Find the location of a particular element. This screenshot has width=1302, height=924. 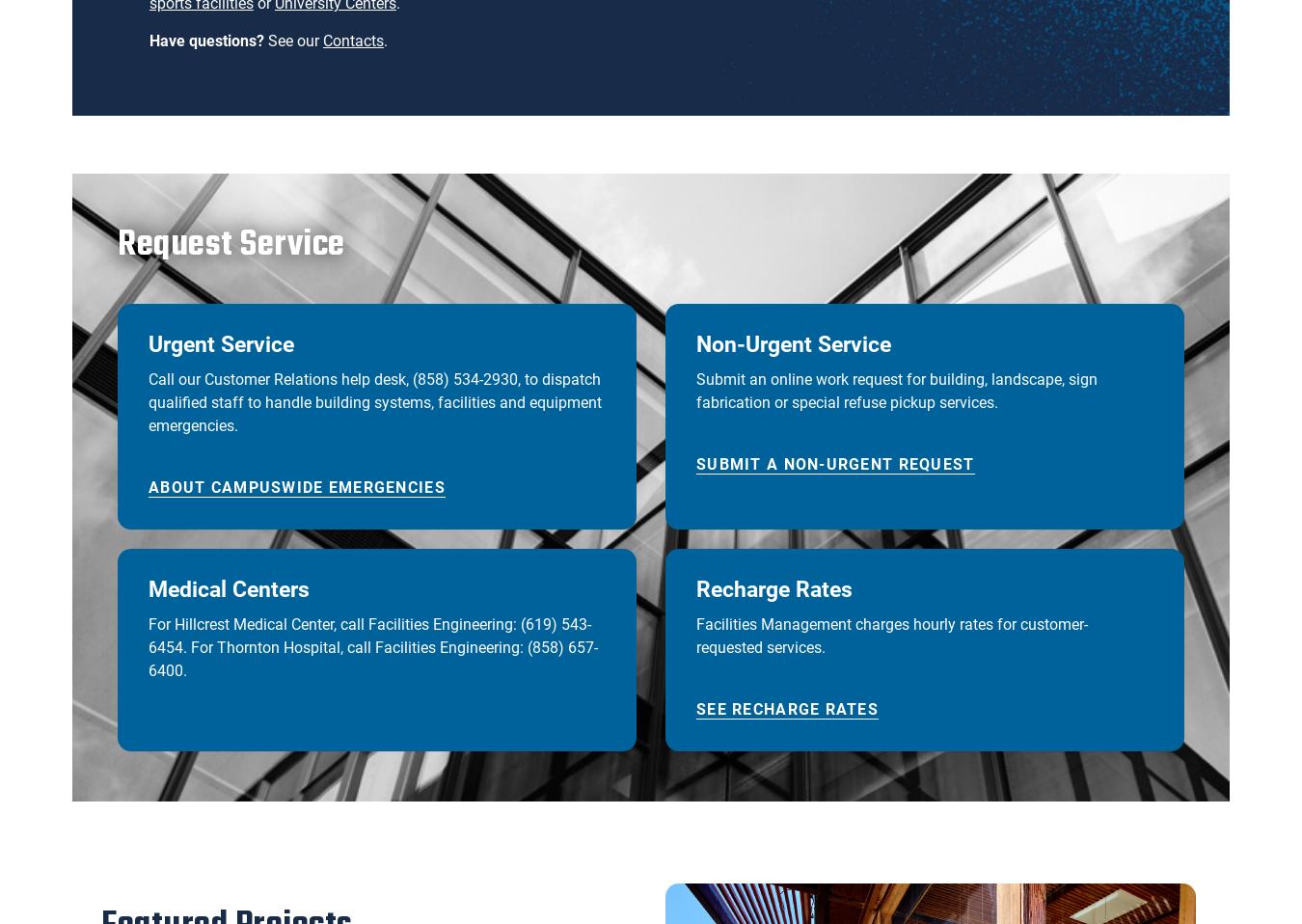

'About Campuswide Emergencies' is located at coordinates (295, 486).